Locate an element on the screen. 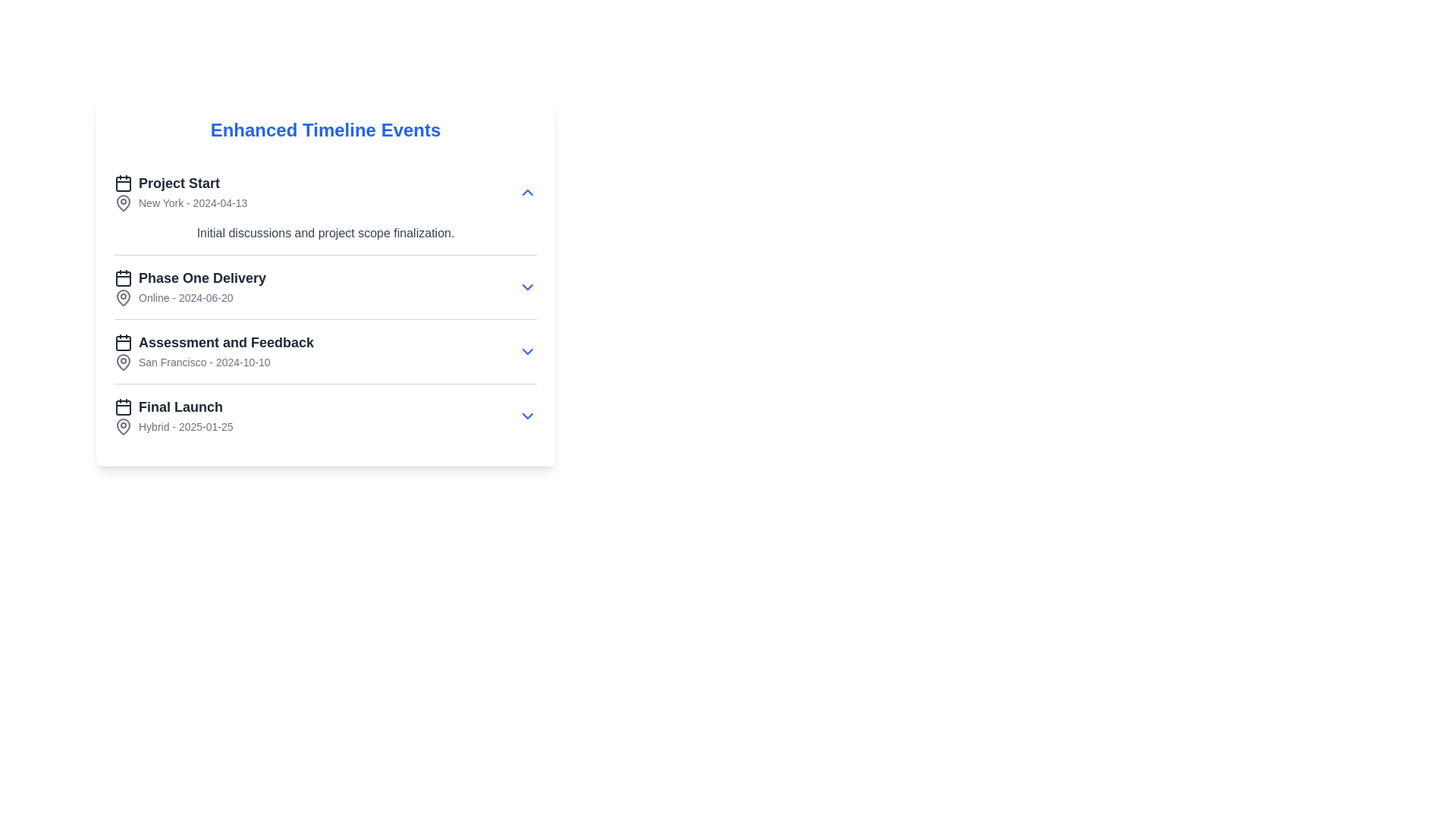  the SVG Rectangle that forms the body of the calendar layout, located in the 'Enhanced Timeline Events' section for the 'Final Launch' entry is located at coordinates (124, 406).